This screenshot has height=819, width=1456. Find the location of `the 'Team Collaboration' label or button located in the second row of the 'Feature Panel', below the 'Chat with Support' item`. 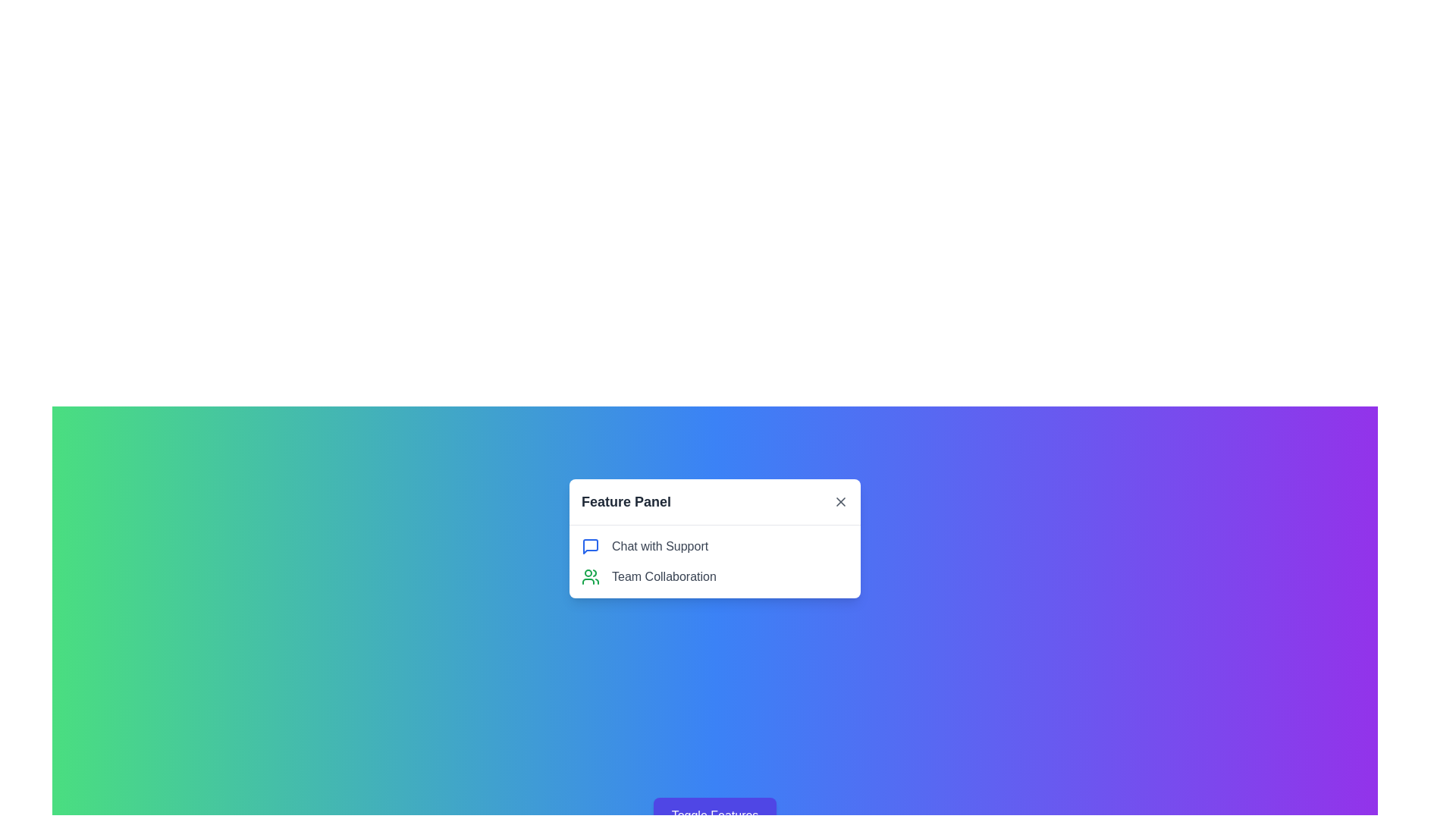

the 'Team Collaboration' label or button located in the second row of the 'Feature Panel', below the 'Chat with Support' item is located at coordinates (714, 576).